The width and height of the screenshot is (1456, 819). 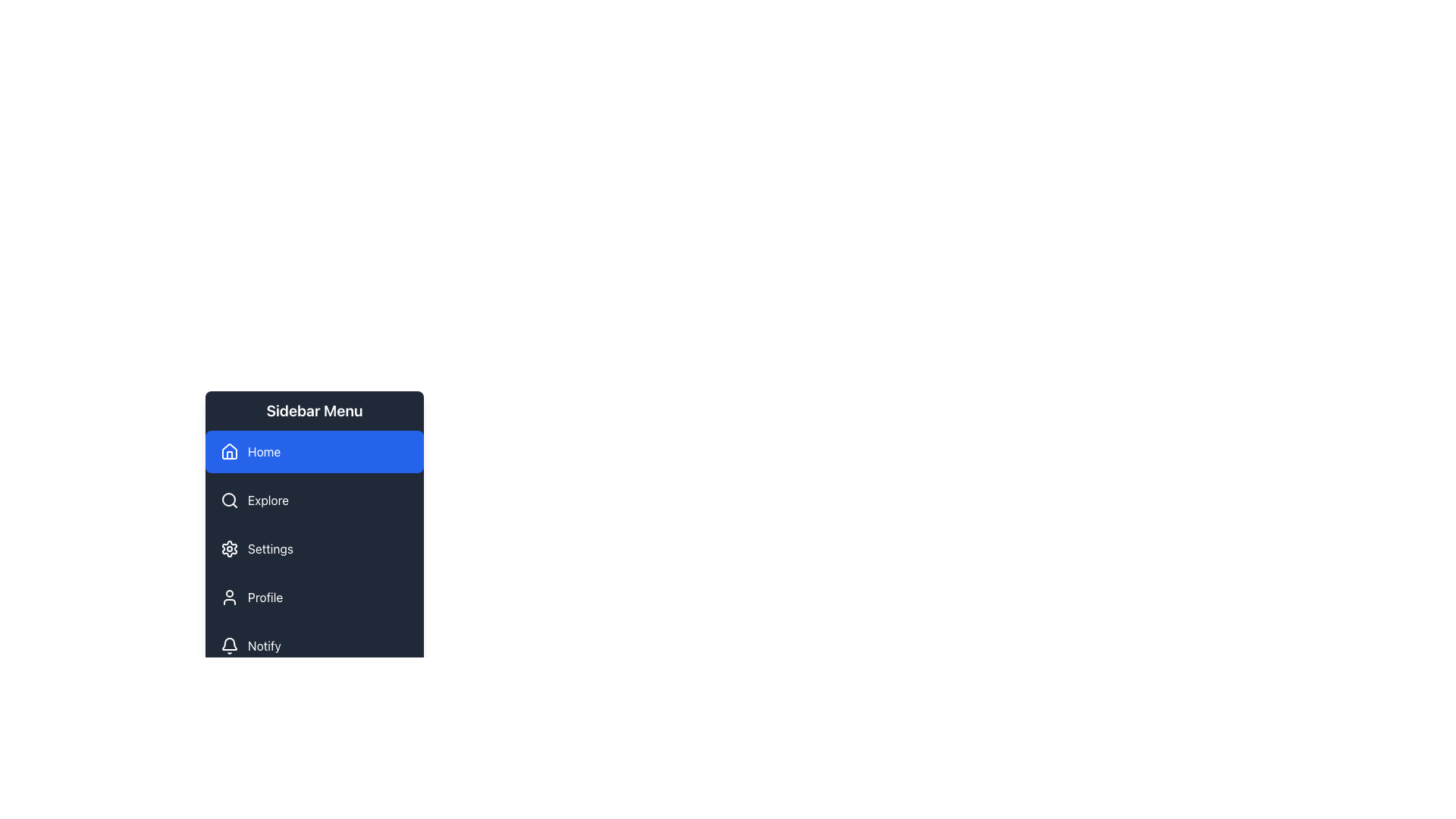 I want to click on the 'Settings' menu item in the sidebar to trigger focus or styling changes, so click(x=313, y=549).